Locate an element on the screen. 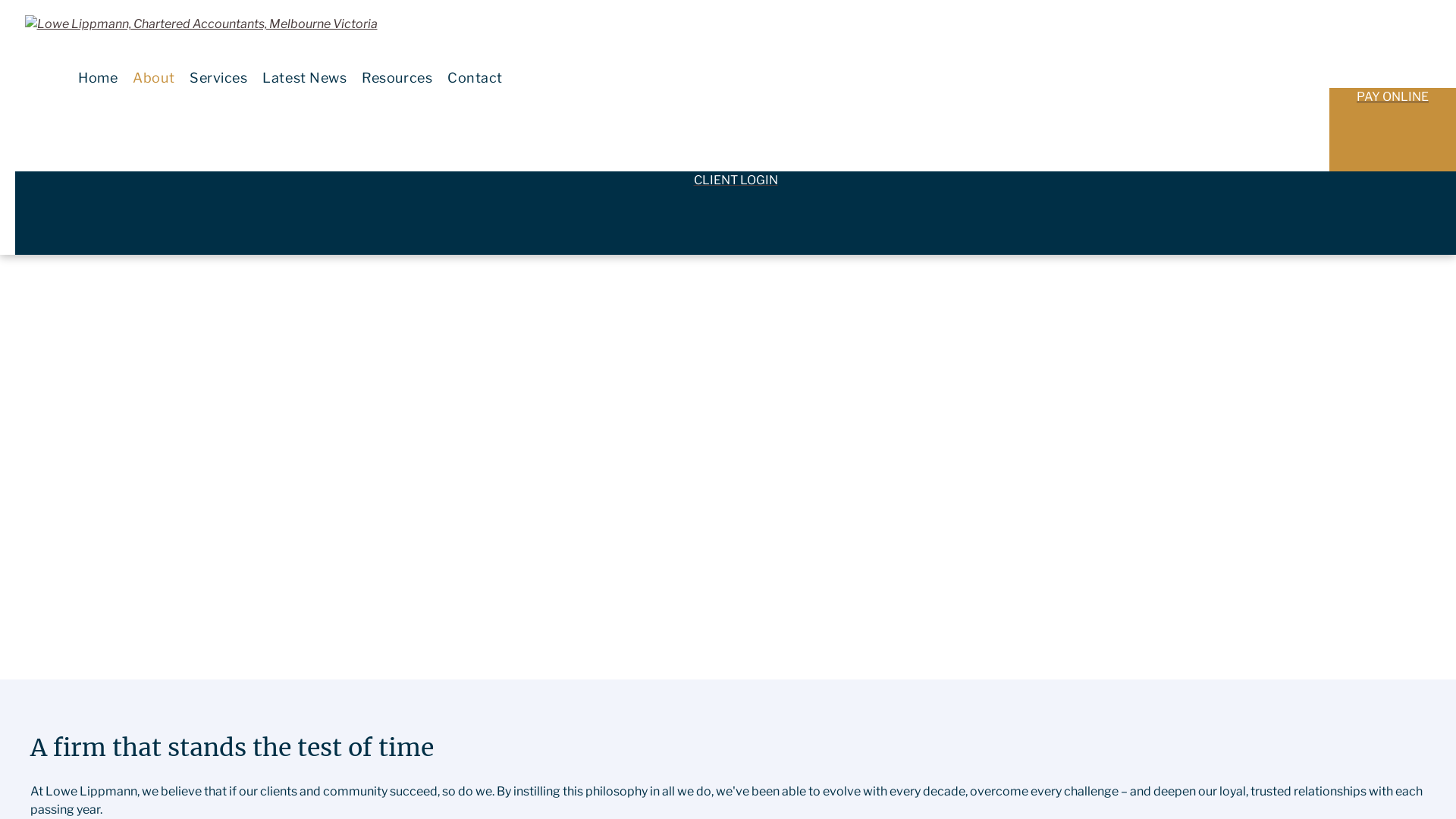 The width and height of the screenshot is (1456, 819). 'About' is located at coordinates (153, 77).